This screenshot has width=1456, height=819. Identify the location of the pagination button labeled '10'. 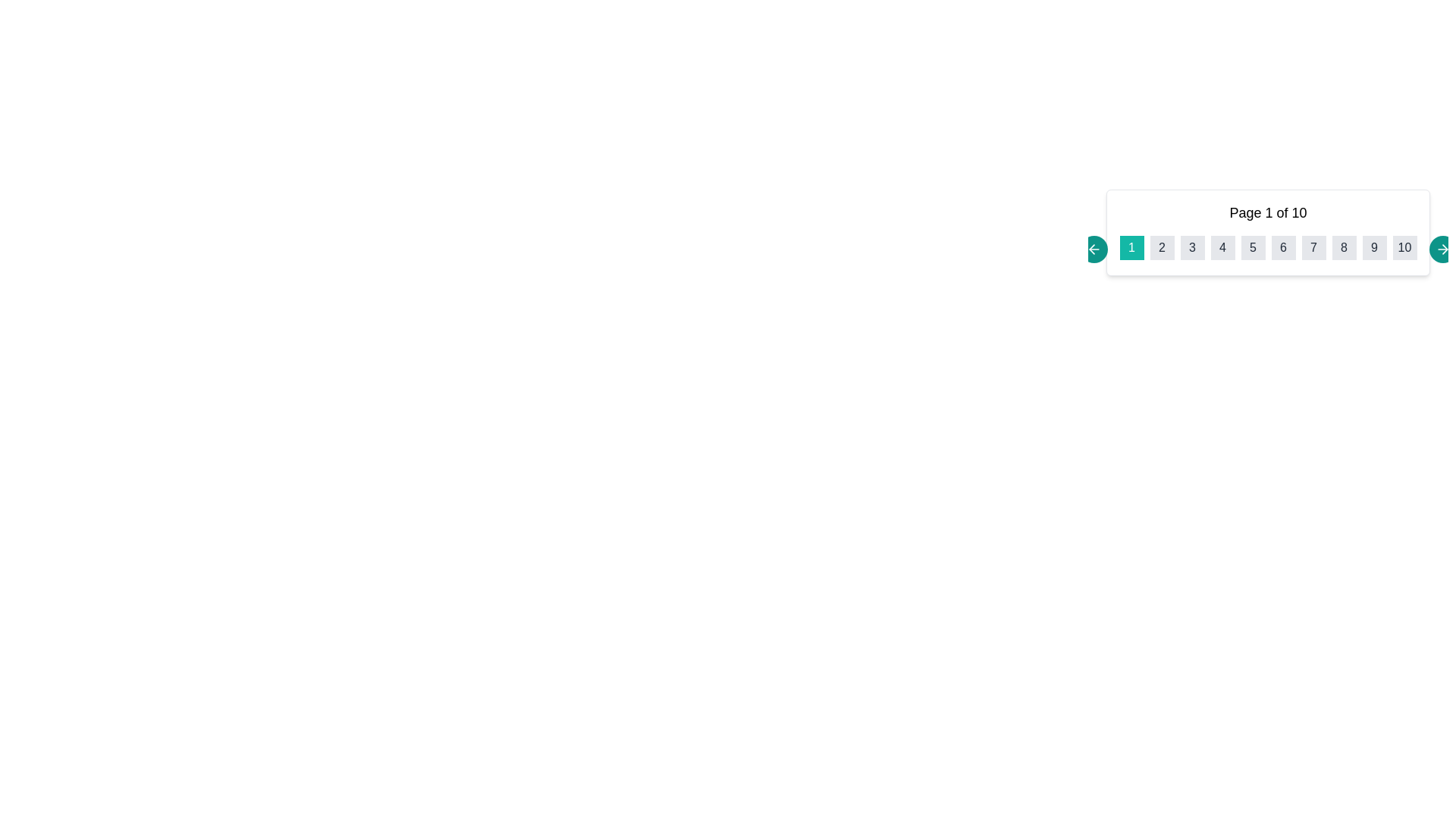
(1404, 247).